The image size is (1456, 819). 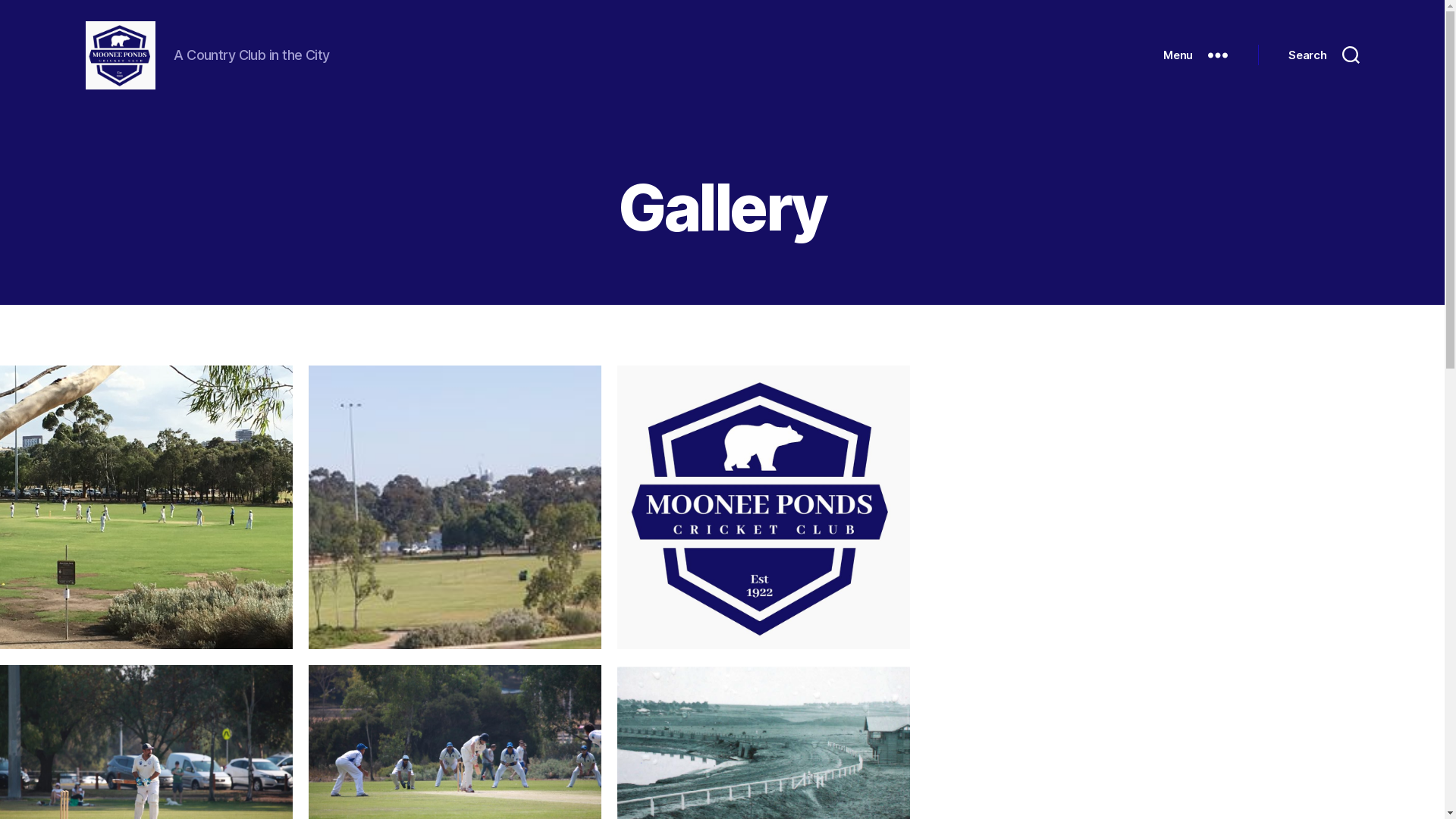 What do you see at coordinates (1323, 55) in the screenshot?
I see `'Search'` at bounding box center [1323, 55].